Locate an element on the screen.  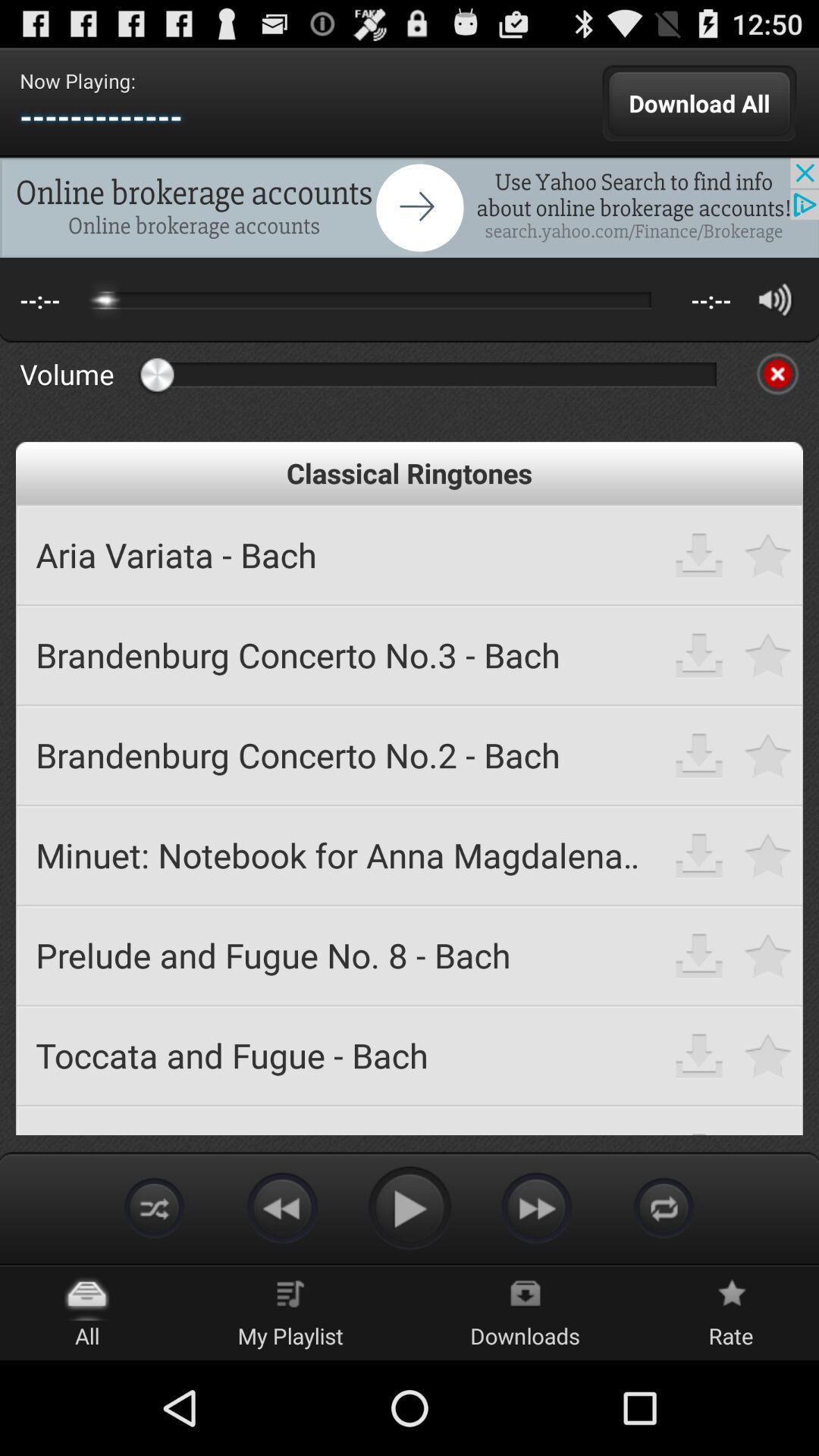
refresh is located at coordinates (663, 1207).